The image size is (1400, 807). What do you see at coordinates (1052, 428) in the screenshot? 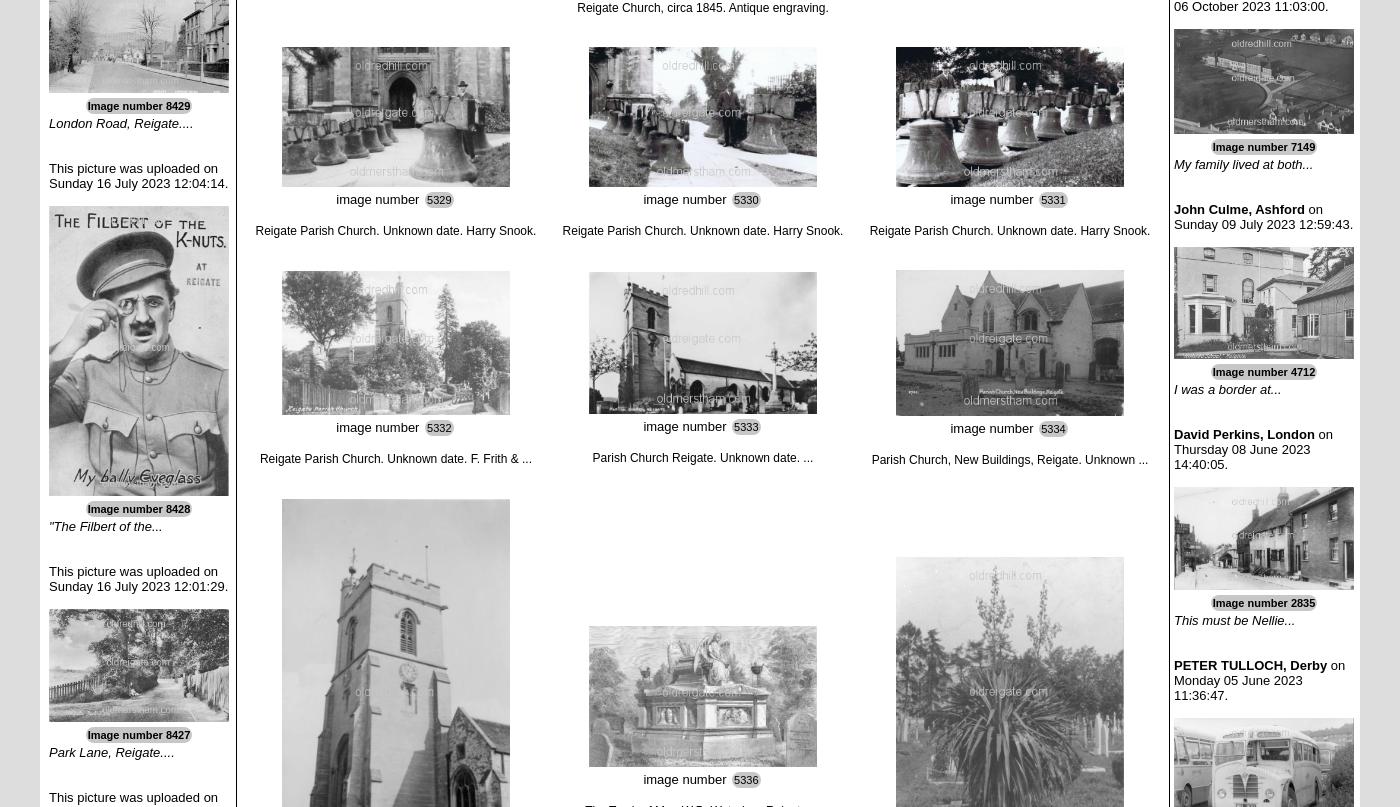
I see `'5334'` at bounding box center [1052, 428].